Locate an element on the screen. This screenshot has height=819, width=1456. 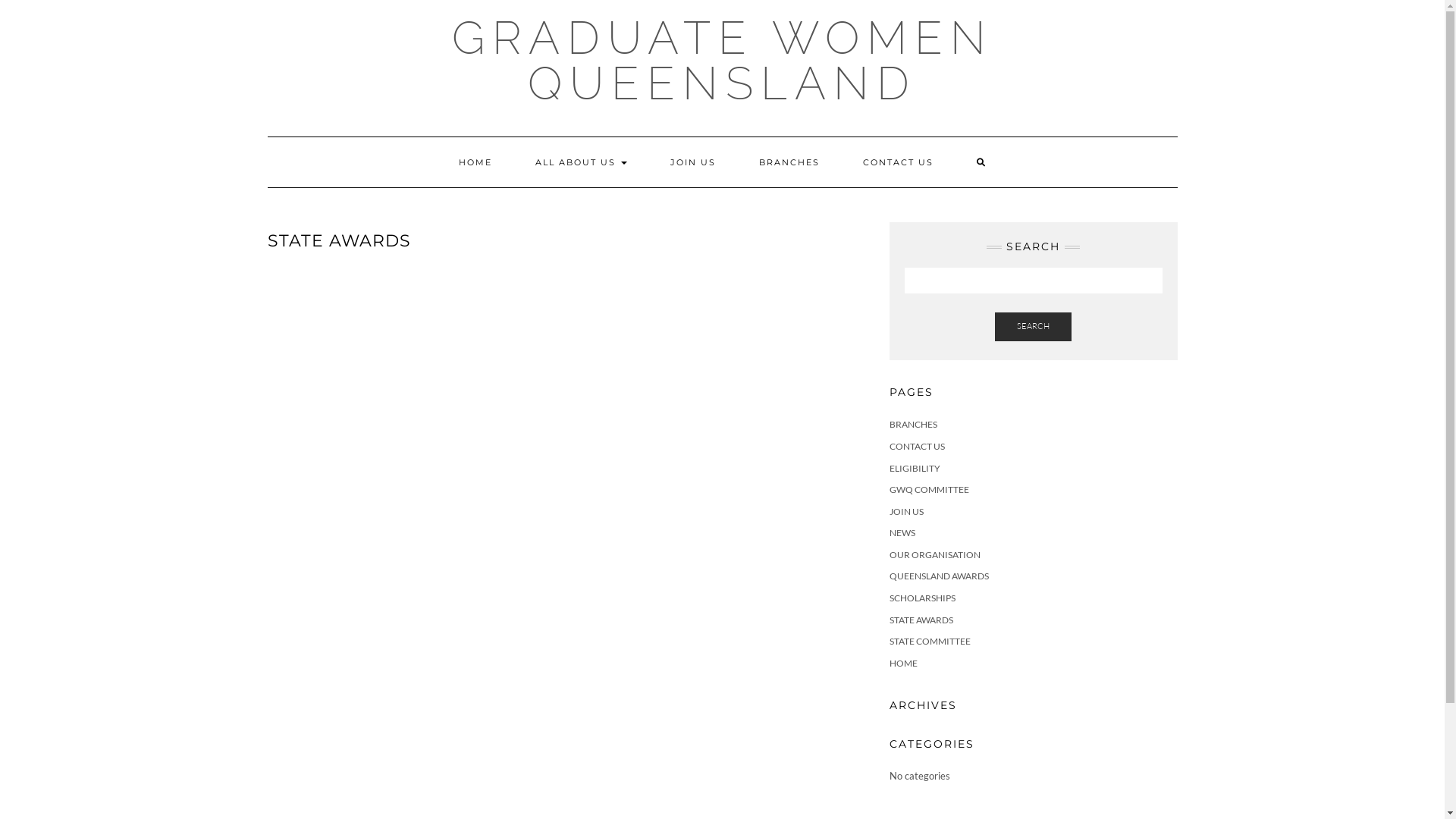
'JOIN US' is located at coordinates (905, 511).